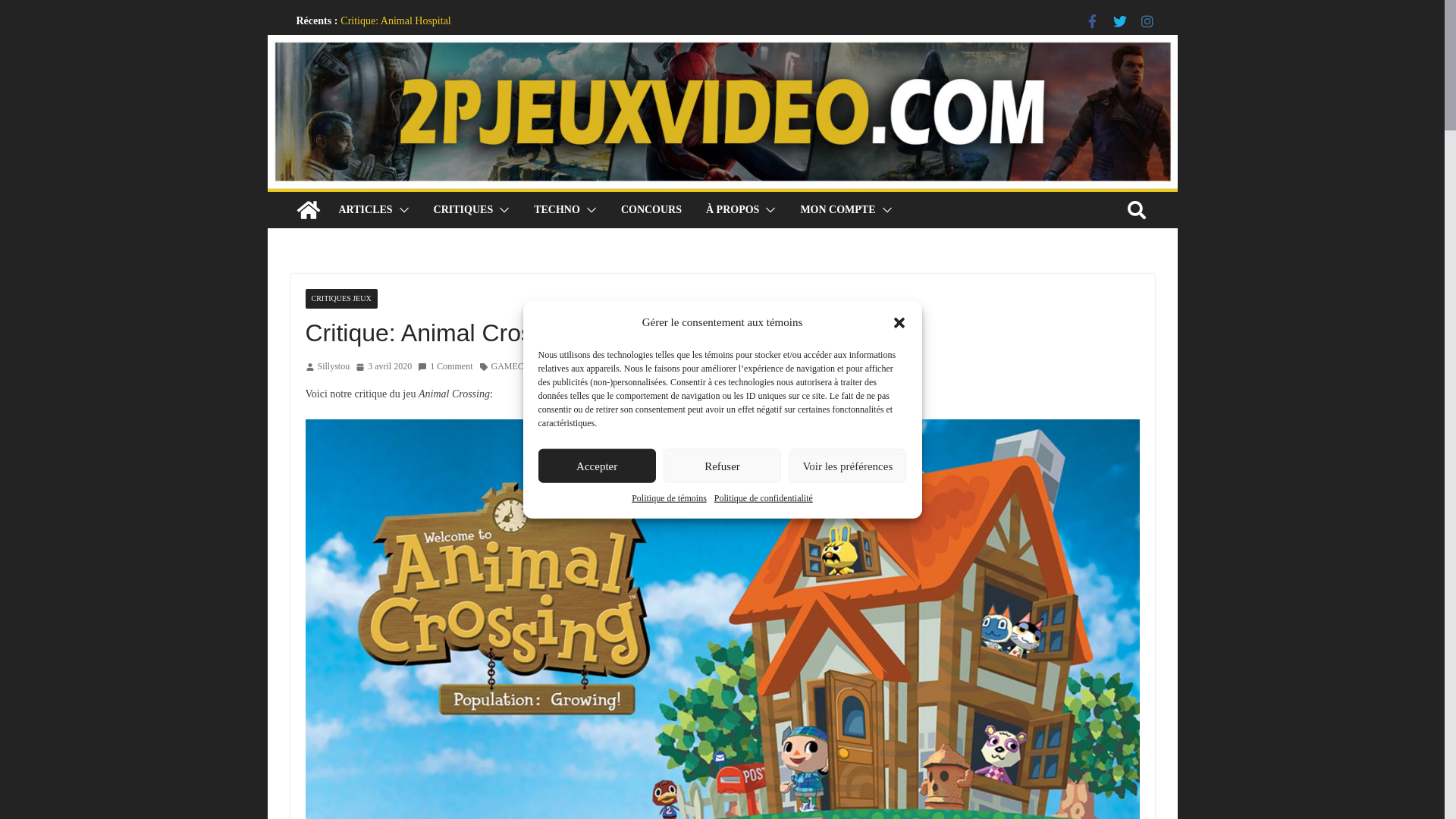  What do you see at coordinates (304, 298) in the screenshot?
I see `'CRITIQUES JEUX'` at bounding box center [304, 298].